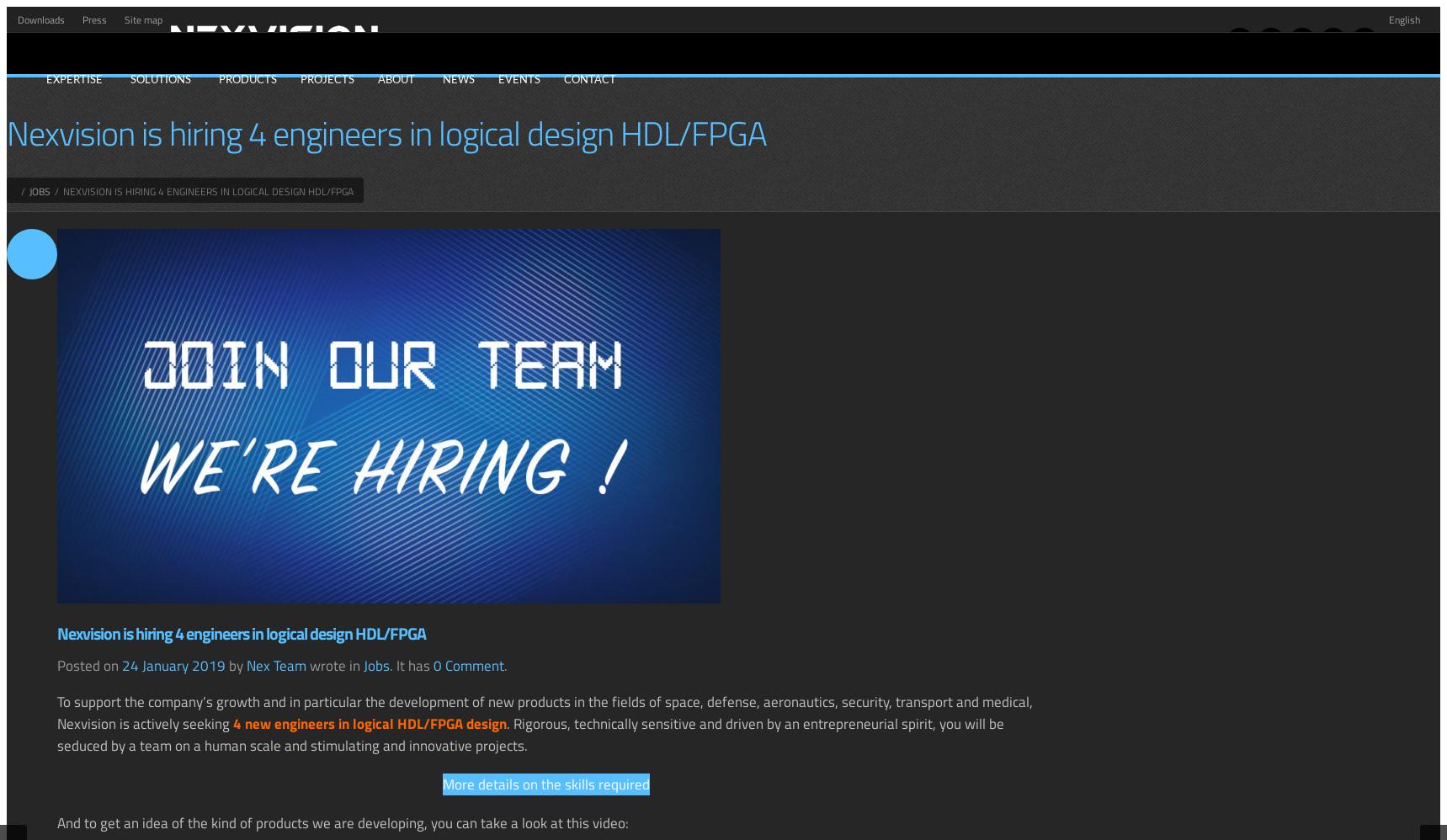 This screenshot has width=1447, height=840. What do you see at coordinates (545, 784) in the screenshot?
I see `'More details on the skills required'` at bounding box center [545, 784].